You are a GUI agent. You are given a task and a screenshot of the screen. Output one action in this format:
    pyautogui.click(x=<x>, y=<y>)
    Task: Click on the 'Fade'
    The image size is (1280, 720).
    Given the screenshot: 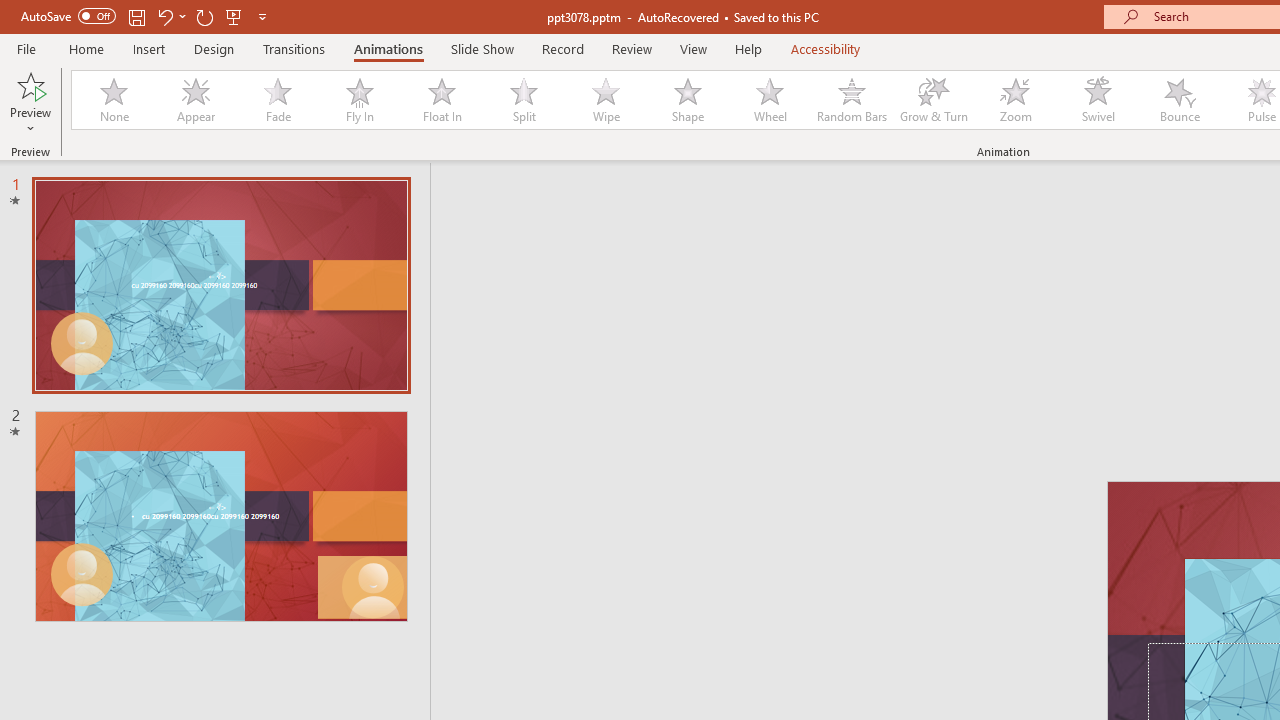 What is the action you would take?
    pyautogui.click(x=276, y=100)
    